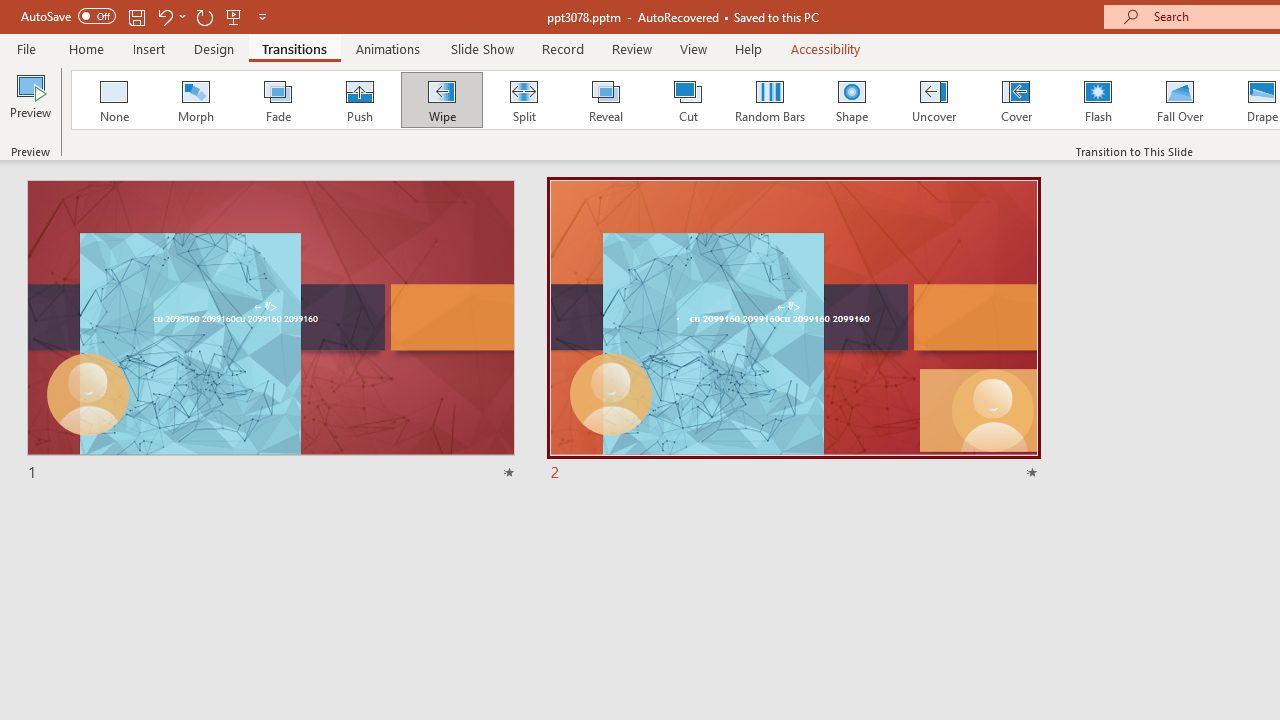 The height and width of the screenshot is (720, 1280). I want to click on 'Push', so click(359, 100).